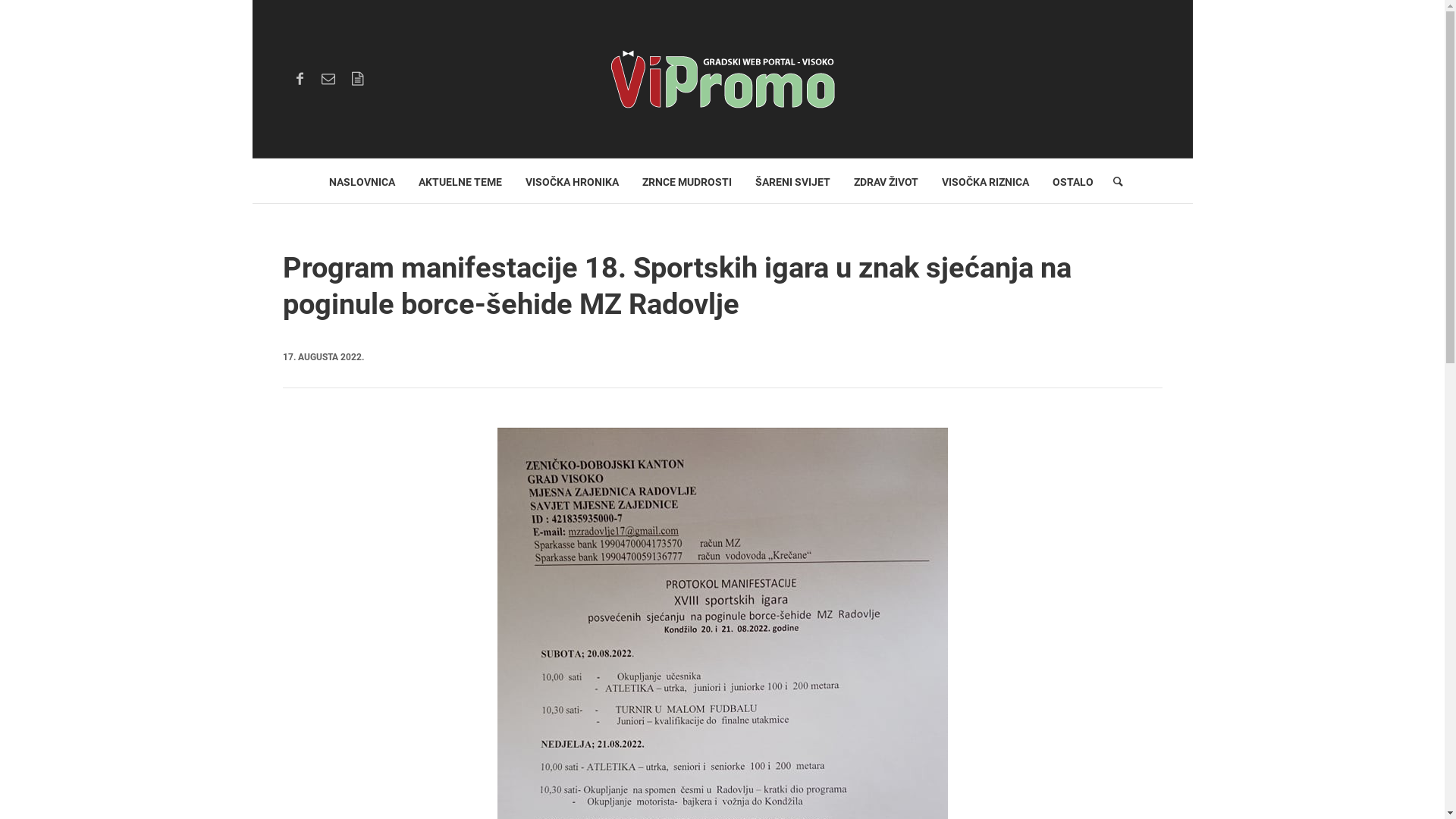 The height and width of the screenshot is (819, 1456). Describe the element at coordinates (361, 180) in the screenshot. I see `'NASLOVNICA'` at that location.